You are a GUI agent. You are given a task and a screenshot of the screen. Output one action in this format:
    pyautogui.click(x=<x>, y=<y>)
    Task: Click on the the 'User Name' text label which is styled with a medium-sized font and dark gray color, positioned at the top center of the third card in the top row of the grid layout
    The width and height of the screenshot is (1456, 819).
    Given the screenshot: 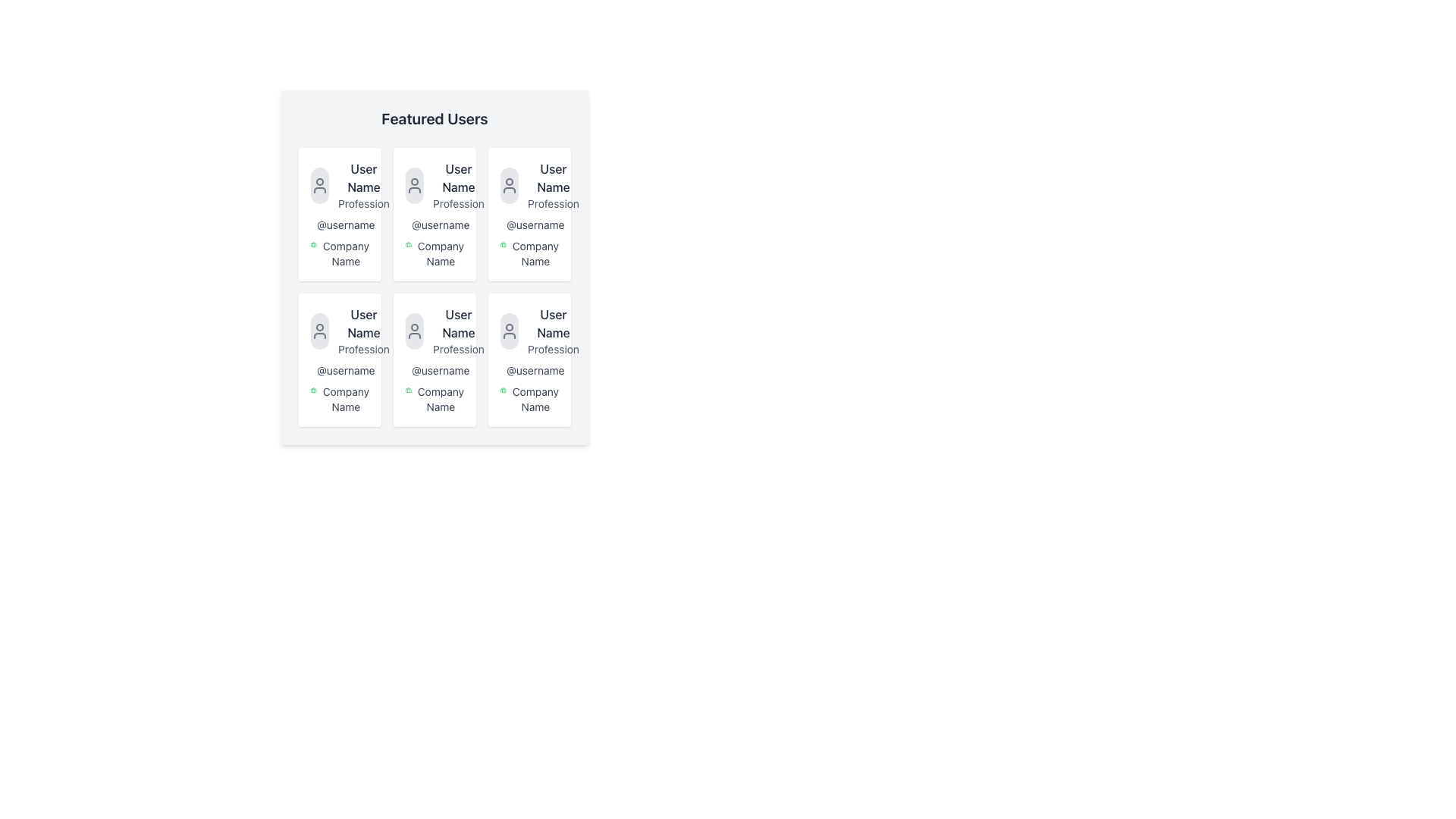 What is the action you would take?
    pyautogui.click(x=552, y=177)
    